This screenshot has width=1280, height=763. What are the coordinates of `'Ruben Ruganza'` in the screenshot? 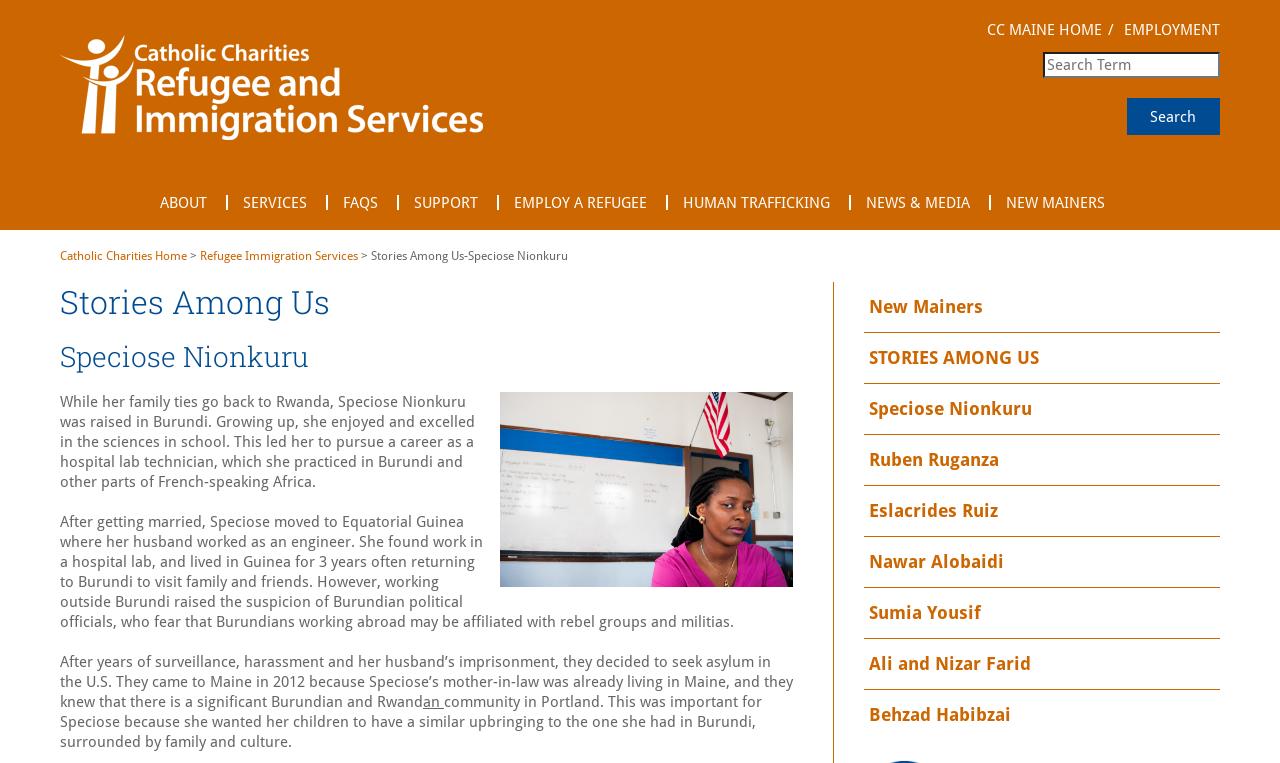 It's located at (933, 458).